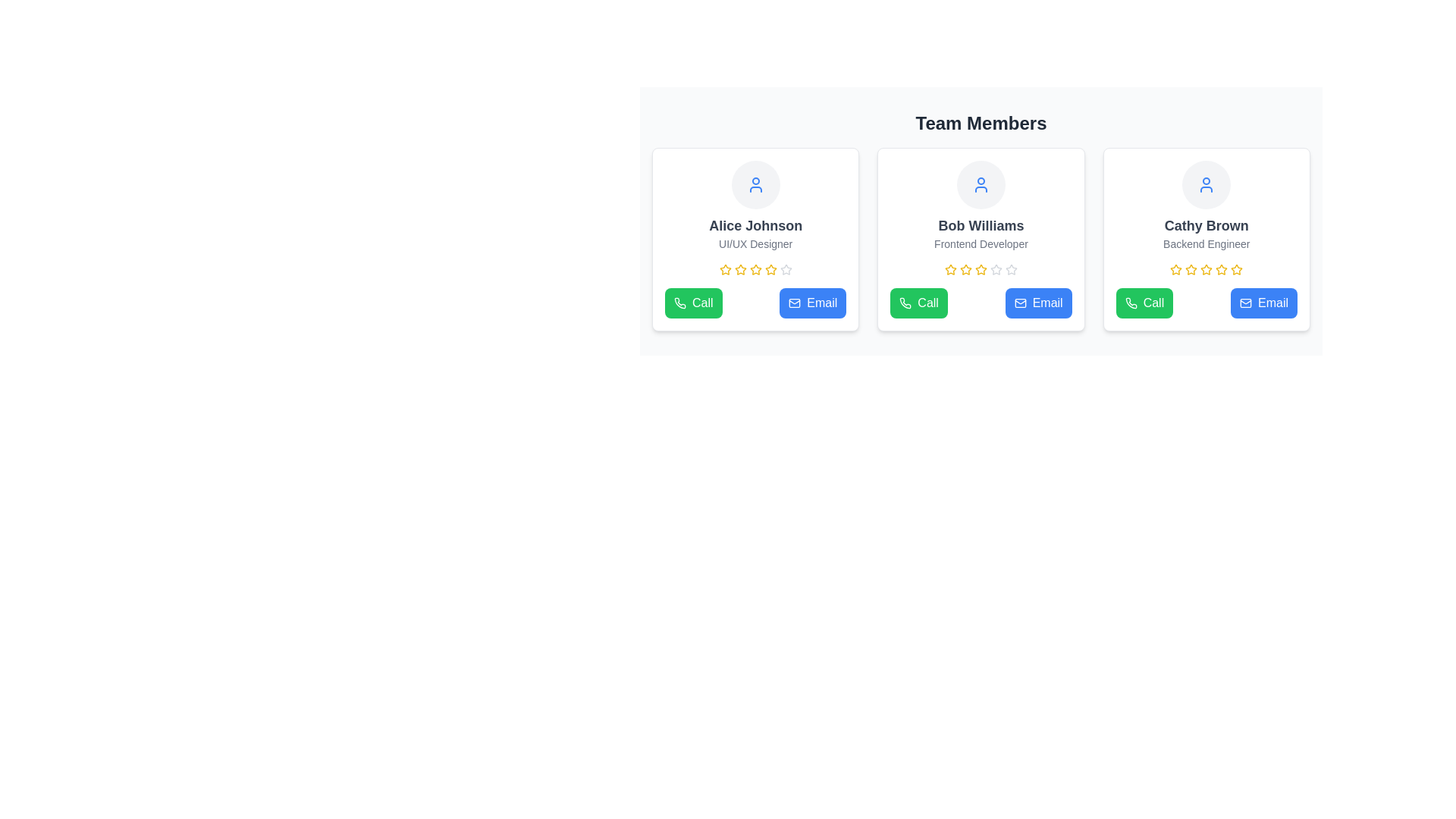  Describe the element at coordinates (1222, 268) in the screenshot. I see `the second star rating icon for Cathy Brown to adjust the rating` at that location.